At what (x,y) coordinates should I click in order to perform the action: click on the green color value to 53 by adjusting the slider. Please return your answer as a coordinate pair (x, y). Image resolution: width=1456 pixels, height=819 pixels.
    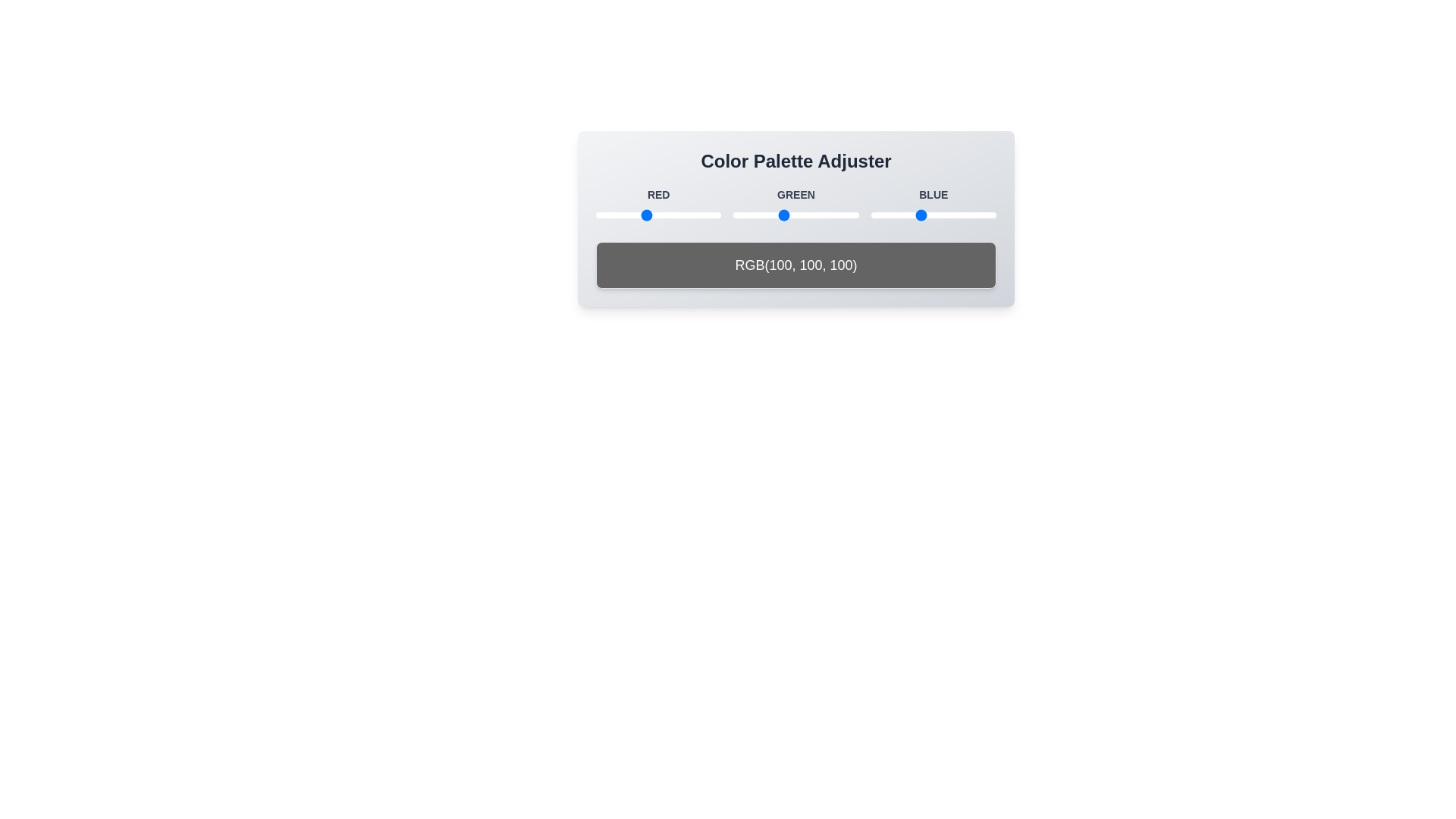
    Looking at the image, I should click on (759, 215).